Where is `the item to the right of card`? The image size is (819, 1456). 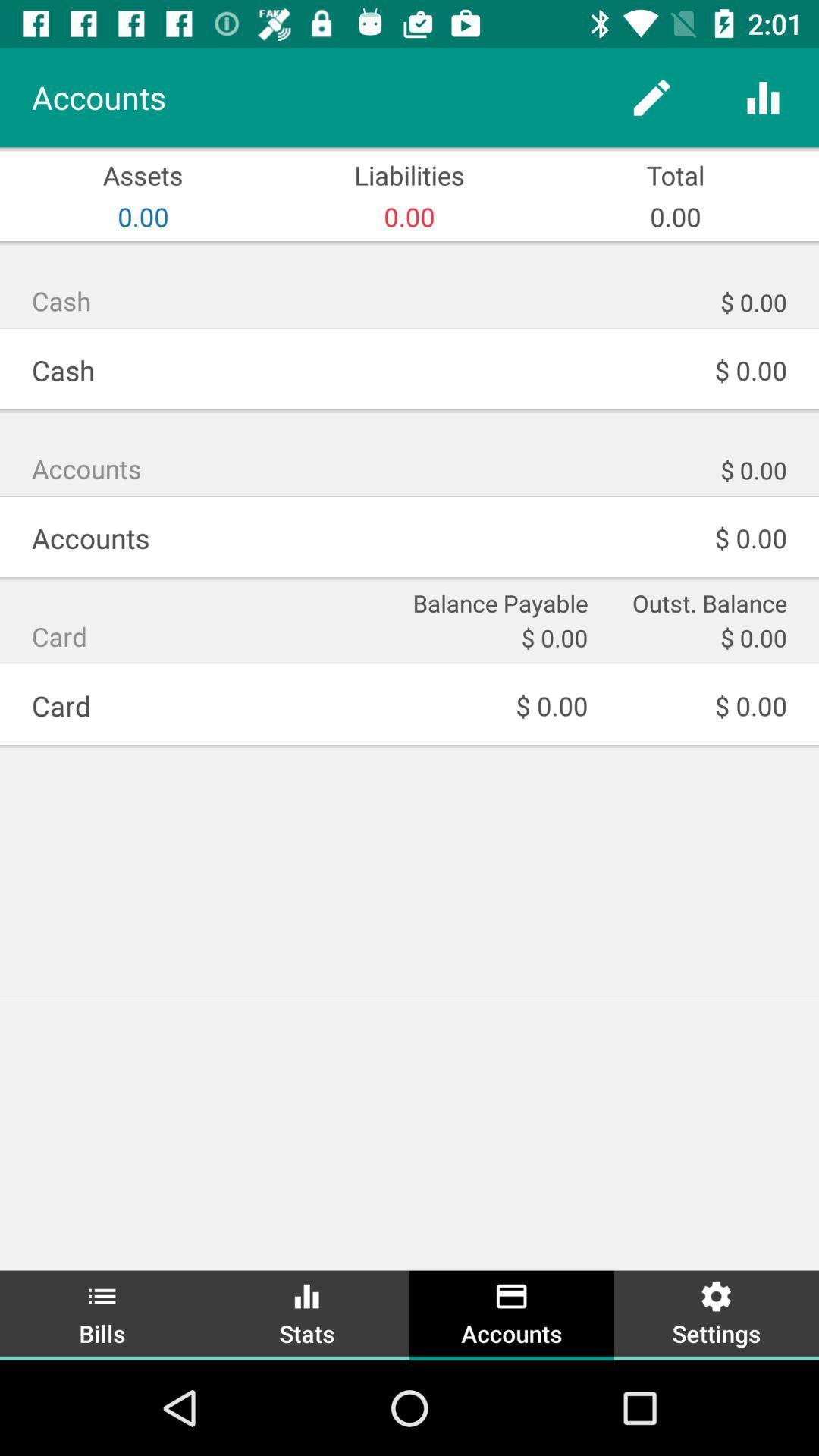
the item to the right of card is located at coordinates (498, 601).